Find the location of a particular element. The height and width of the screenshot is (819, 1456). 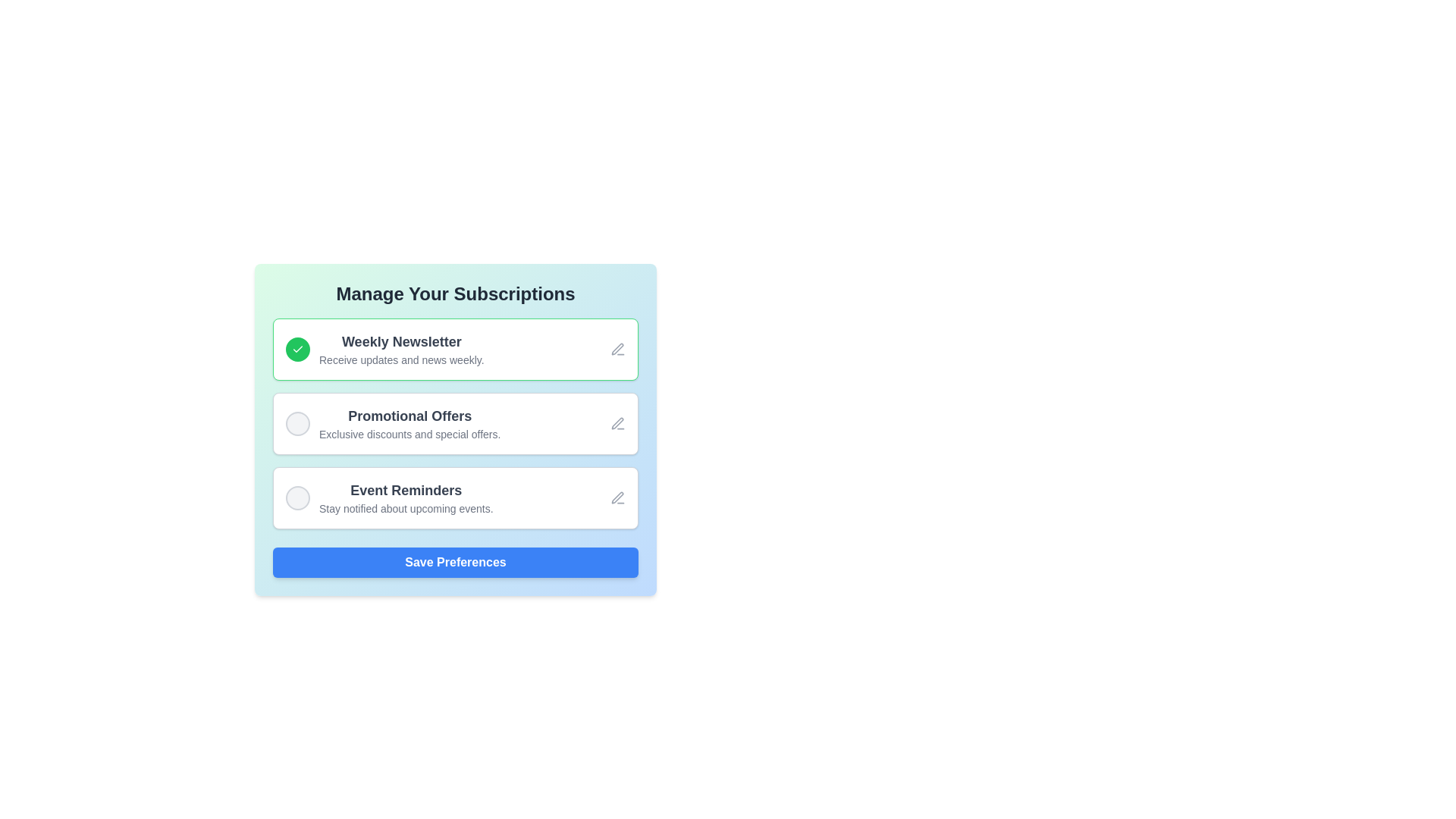

the static text element that provides additional descriptive information about the associated subscription option located beneath the heading 'Promotional Offers' is located at coordinates (409, 435).